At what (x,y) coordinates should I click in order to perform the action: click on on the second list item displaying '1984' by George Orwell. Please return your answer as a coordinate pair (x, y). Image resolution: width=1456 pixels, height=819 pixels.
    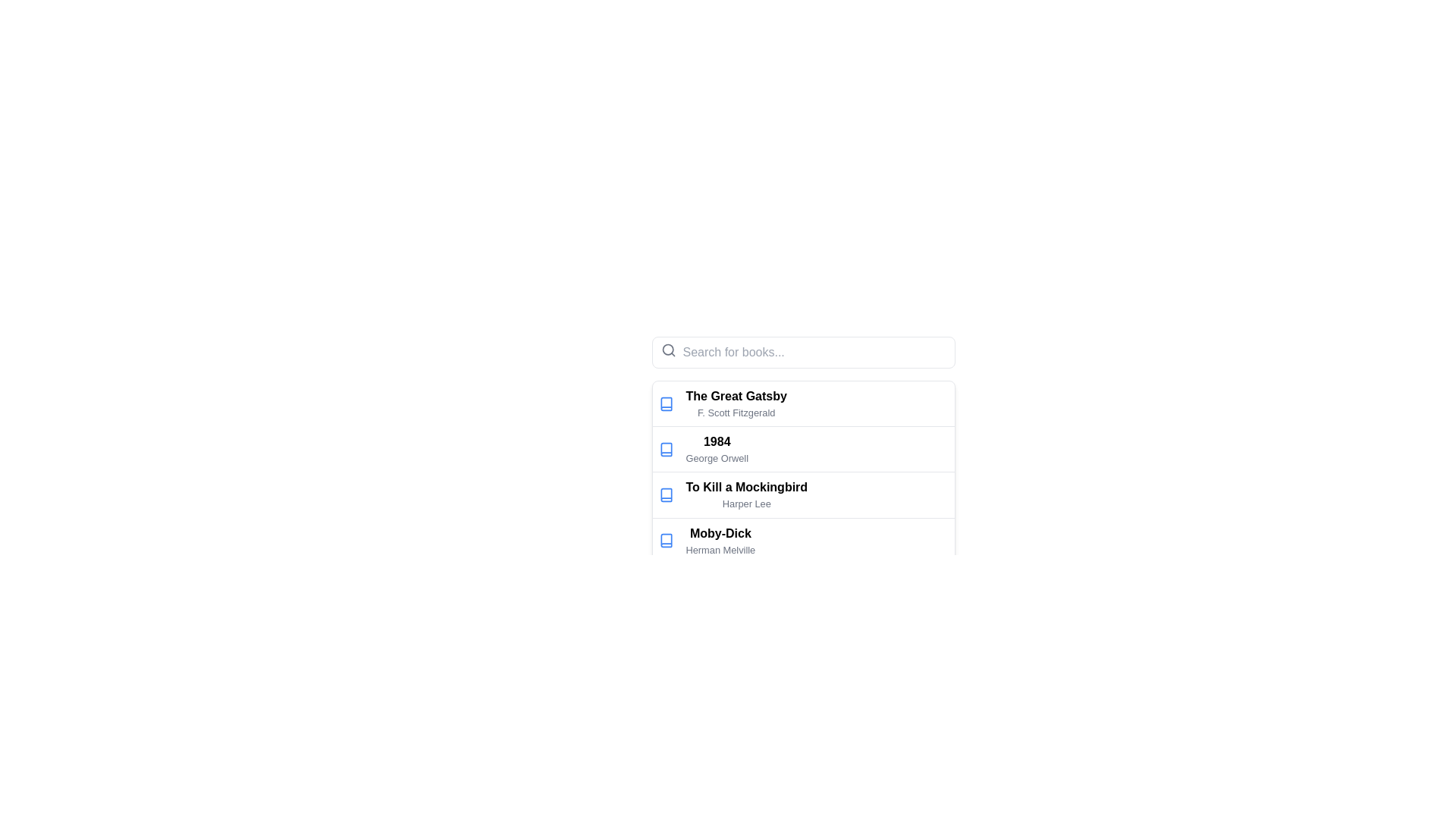
    Looking at the image, I should click on (802, 448).